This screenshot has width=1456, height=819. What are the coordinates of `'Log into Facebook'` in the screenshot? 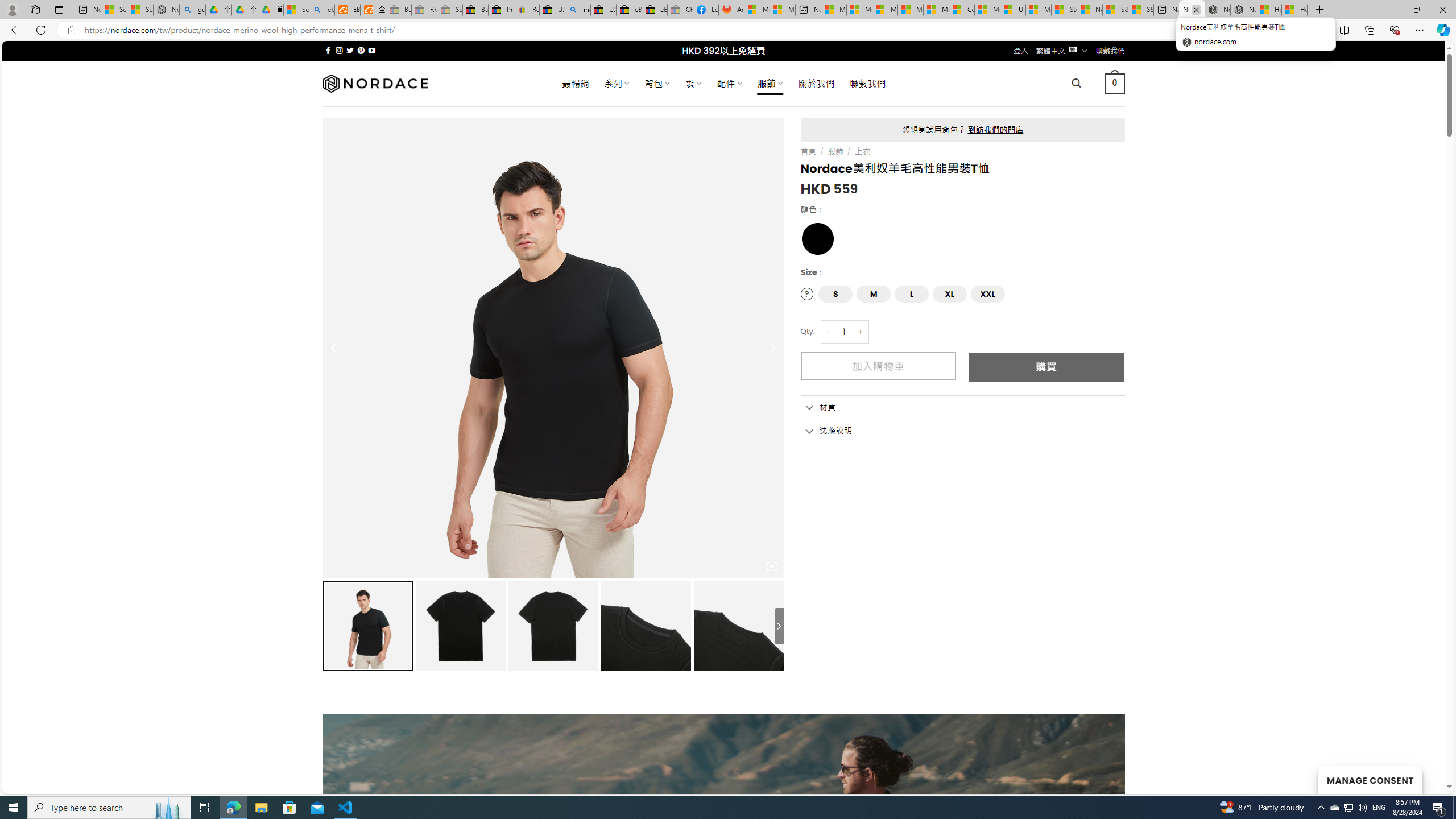 It's located at (705, 9).